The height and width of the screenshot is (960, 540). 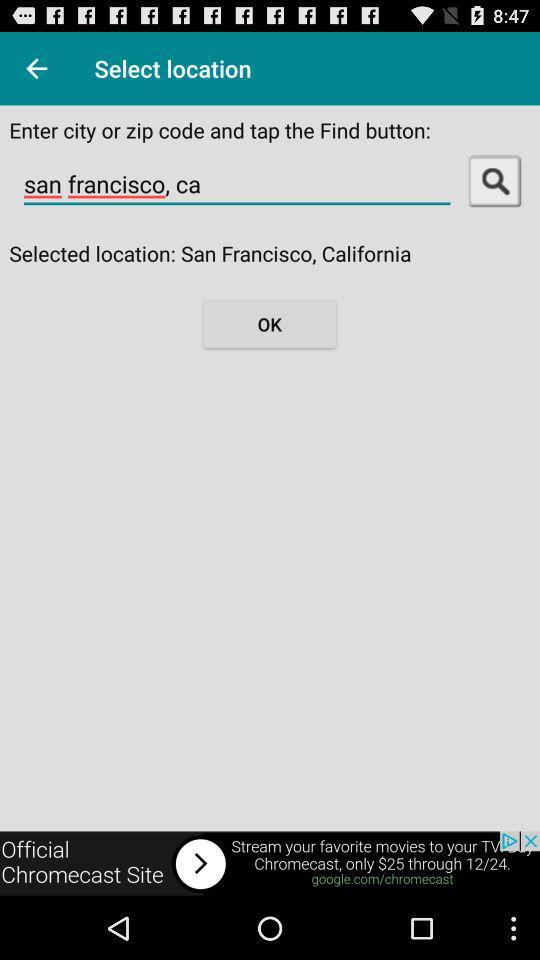 What do you see at coordinates (494, 179) in the screenshot?
I see `search page` at bounding box center [494, 179].